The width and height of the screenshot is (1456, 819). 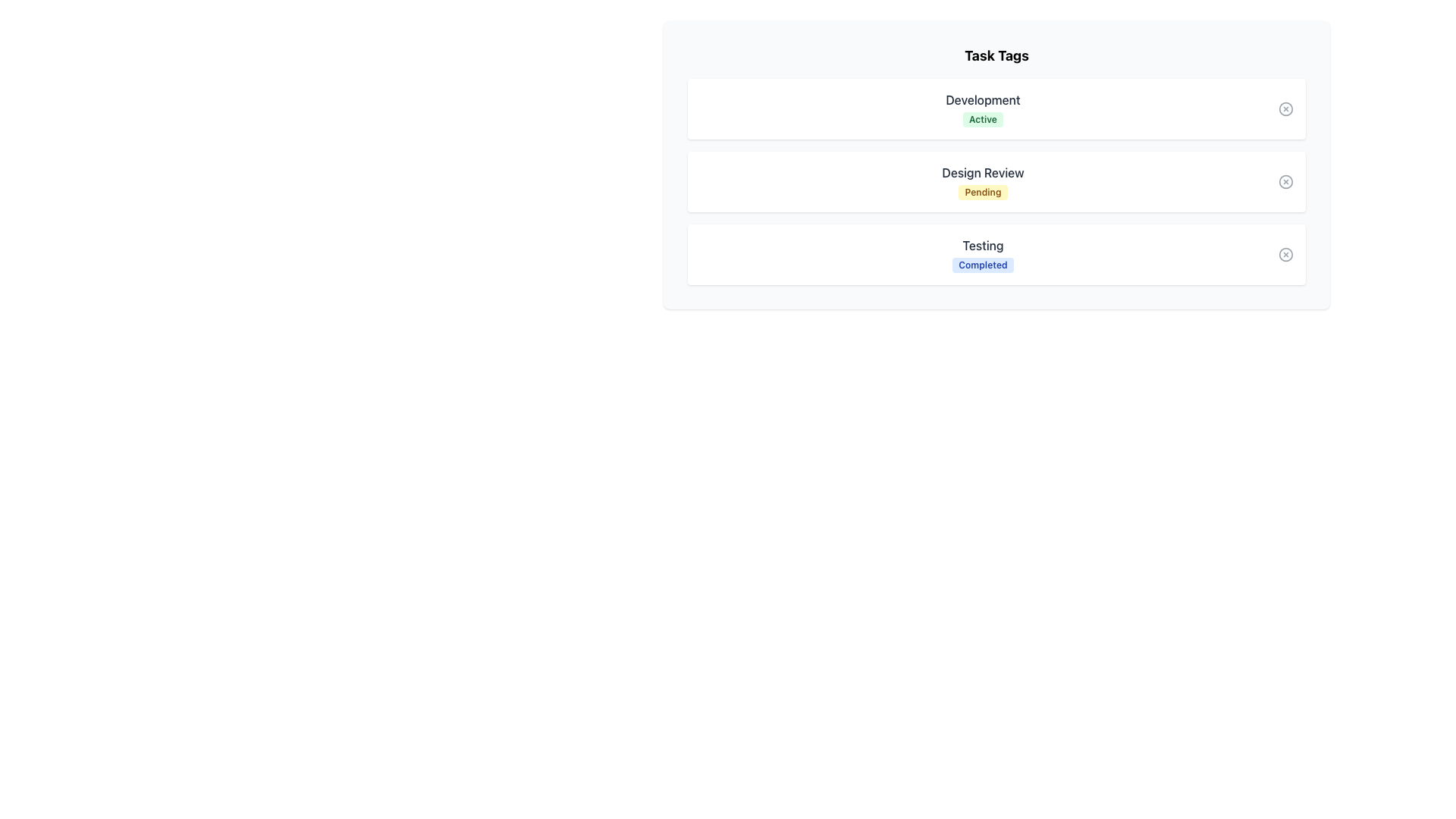 What do you see at coordinates (983, 253) in the screenshot?
I see `the status tag labeled 'Completed' which is highlighted with a blue background, located in the third row under the 'Task Tags' section` at bounding box center [983, 253].